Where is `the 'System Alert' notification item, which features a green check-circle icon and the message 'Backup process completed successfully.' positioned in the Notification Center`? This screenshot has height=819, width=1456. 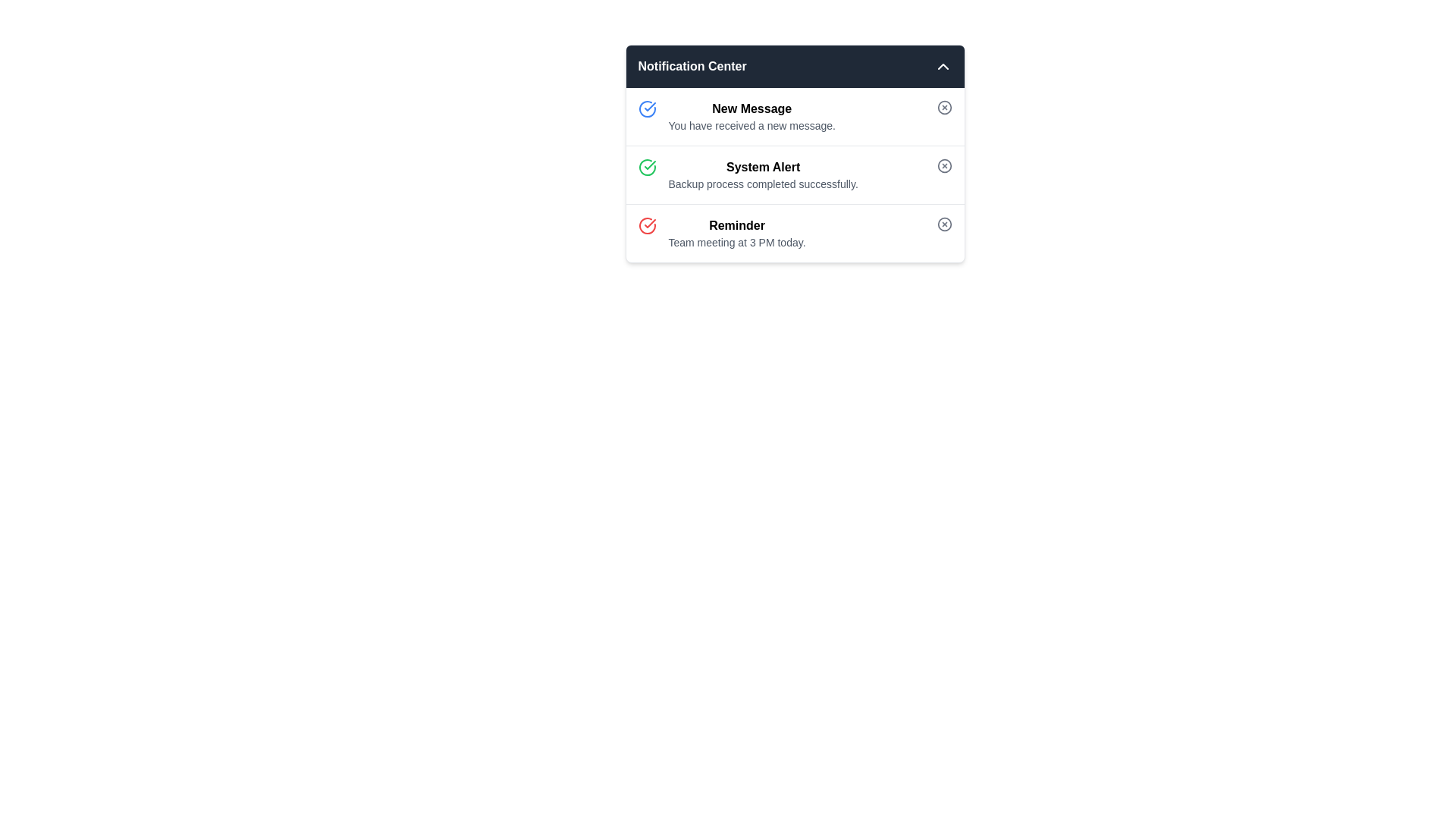 the 'System Alert' notification item, which features a green check-circle icon and the message 'Backup process completed successfully.' positioned in the Notification Center is located at coordinates (794, 174).